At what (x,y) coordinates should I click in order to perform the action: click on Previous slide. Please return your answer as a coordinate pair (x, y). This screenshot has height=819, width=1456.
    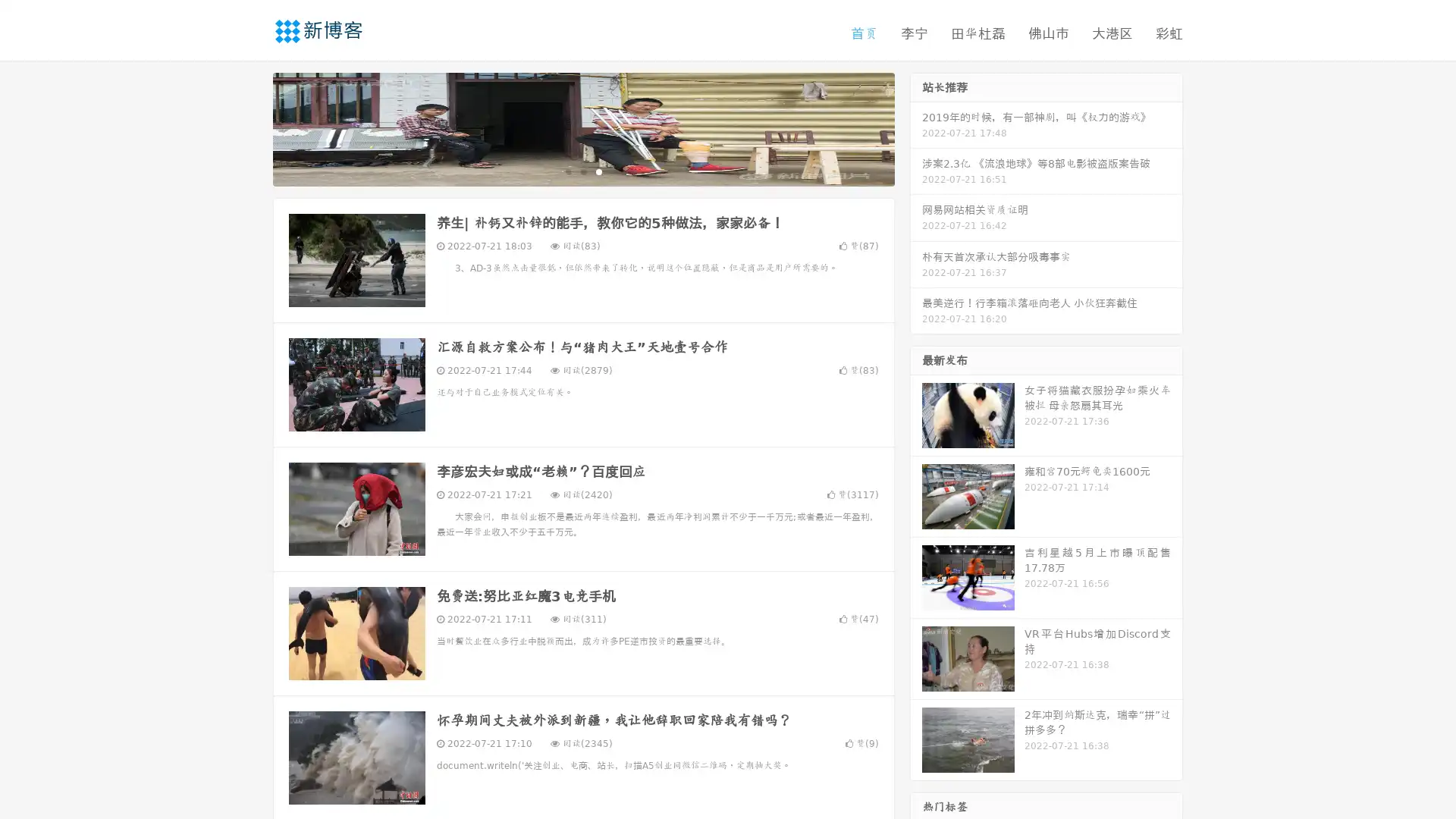
    Looking at the image, I should click on (250, 127).